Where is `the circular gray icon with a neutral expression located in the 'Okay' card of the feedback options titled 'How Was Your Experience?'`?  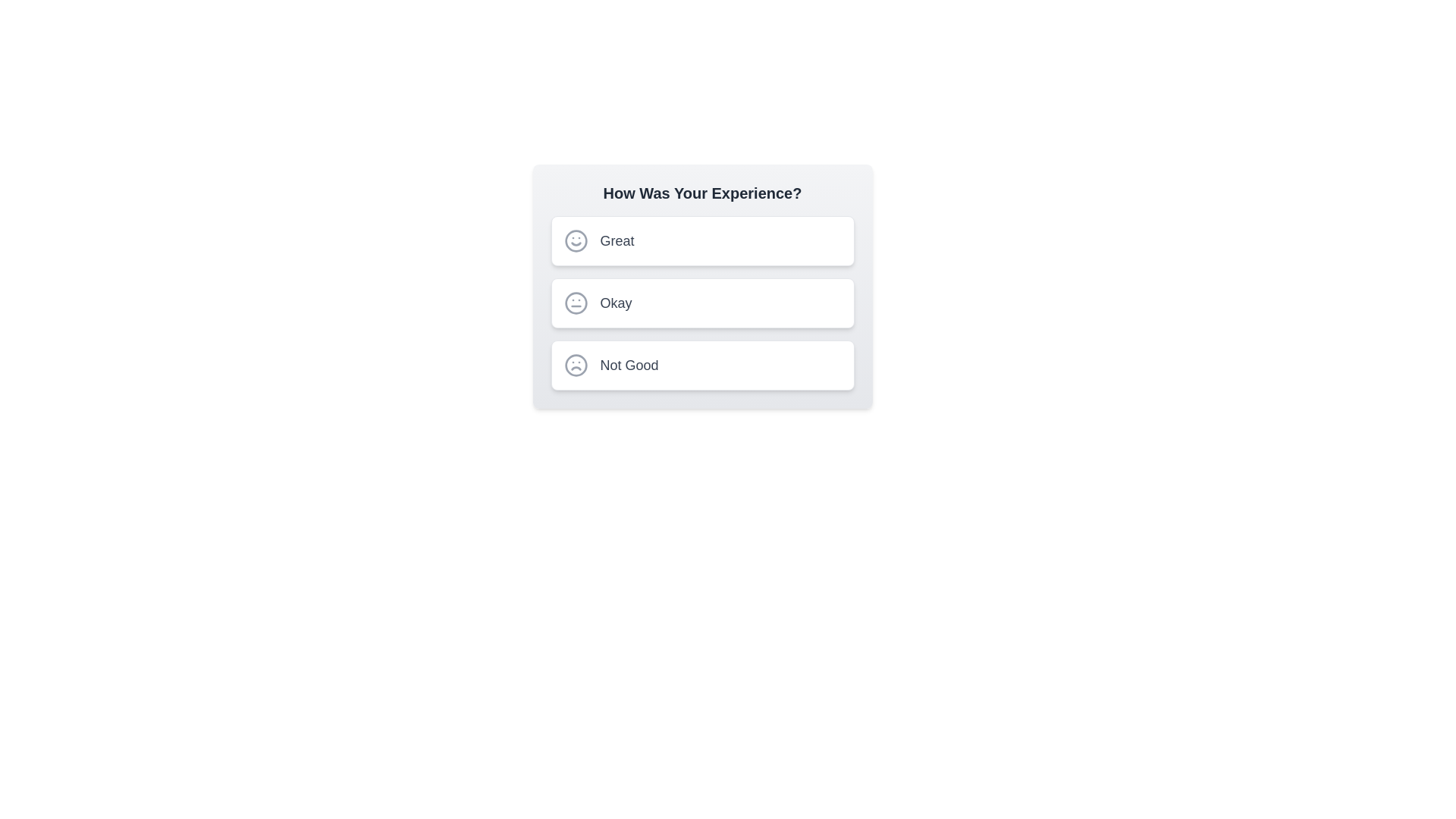 the circular gray icon with a neutral expression located in the 'Okay' card of the feedback options titled 'How Was Your Experience?' is located at coordinates (575, 303).